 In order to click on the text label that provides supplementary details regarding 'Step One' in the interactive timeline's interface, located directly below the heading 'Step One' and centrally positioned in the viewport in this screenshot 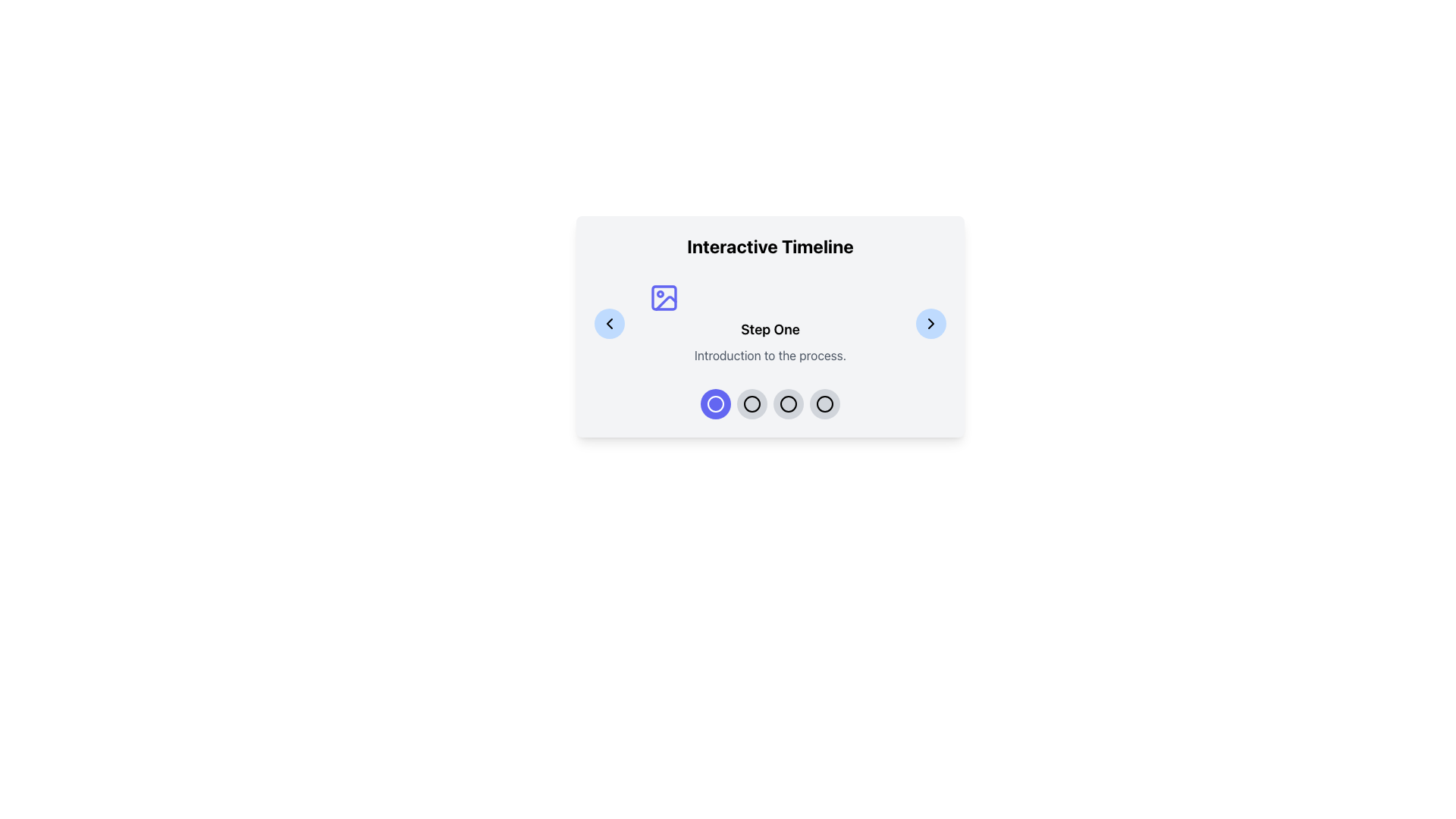, I will do `click(770, 356)`.